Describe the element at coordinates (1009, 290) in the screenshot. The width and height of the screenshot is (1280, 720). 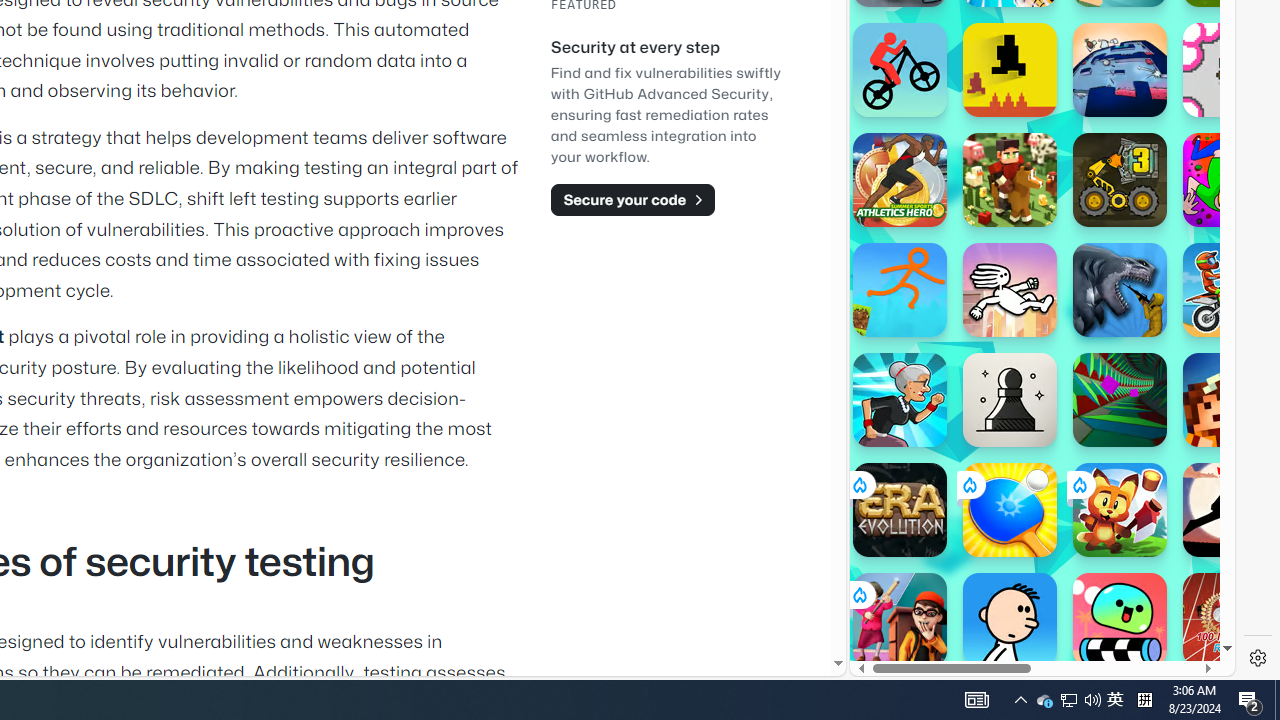
I see `'Dreadhead Parkour'` at that location.